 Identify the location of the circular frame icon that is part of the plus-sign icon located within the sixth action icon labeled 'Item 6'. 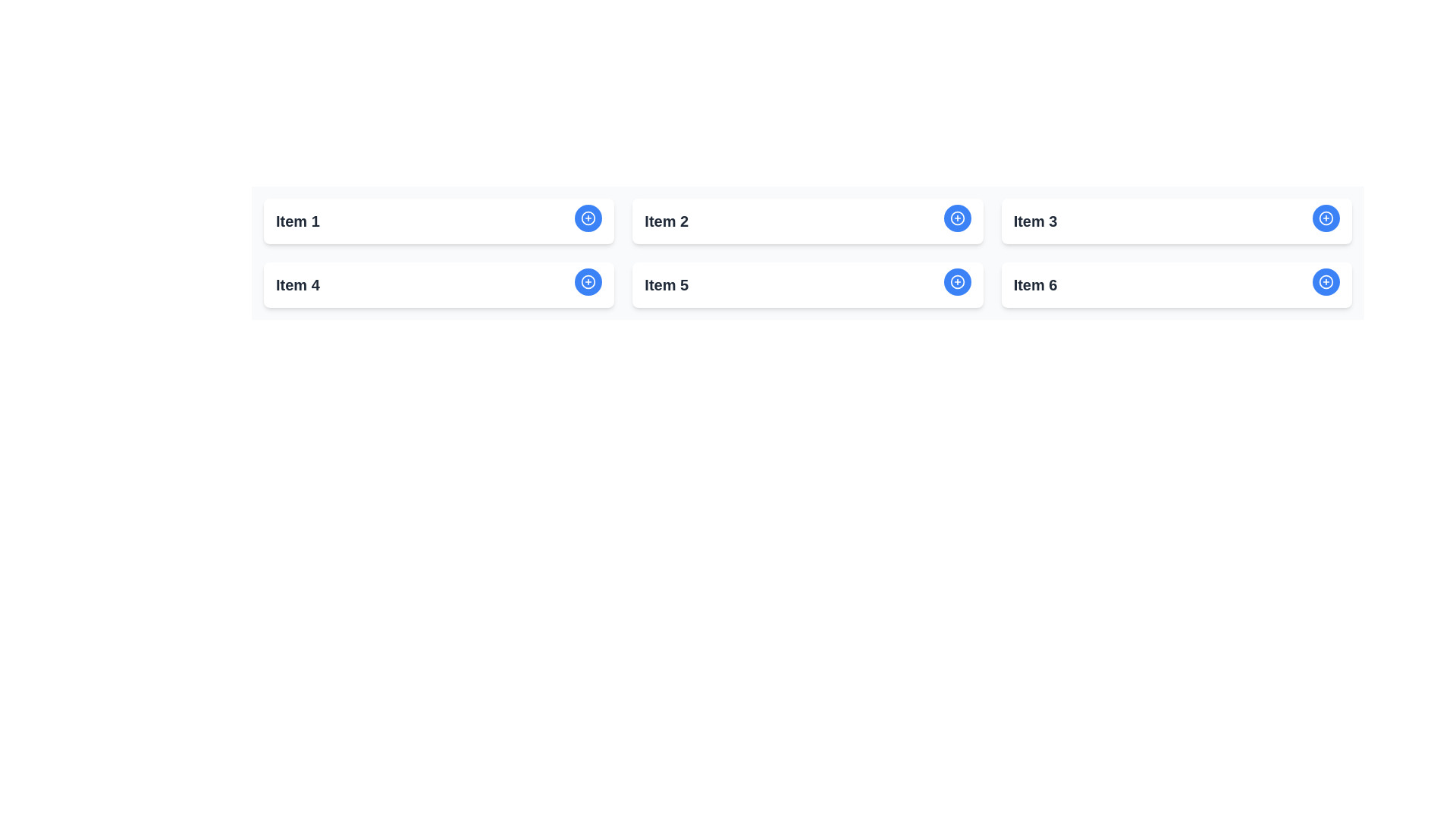
(1325, 281).